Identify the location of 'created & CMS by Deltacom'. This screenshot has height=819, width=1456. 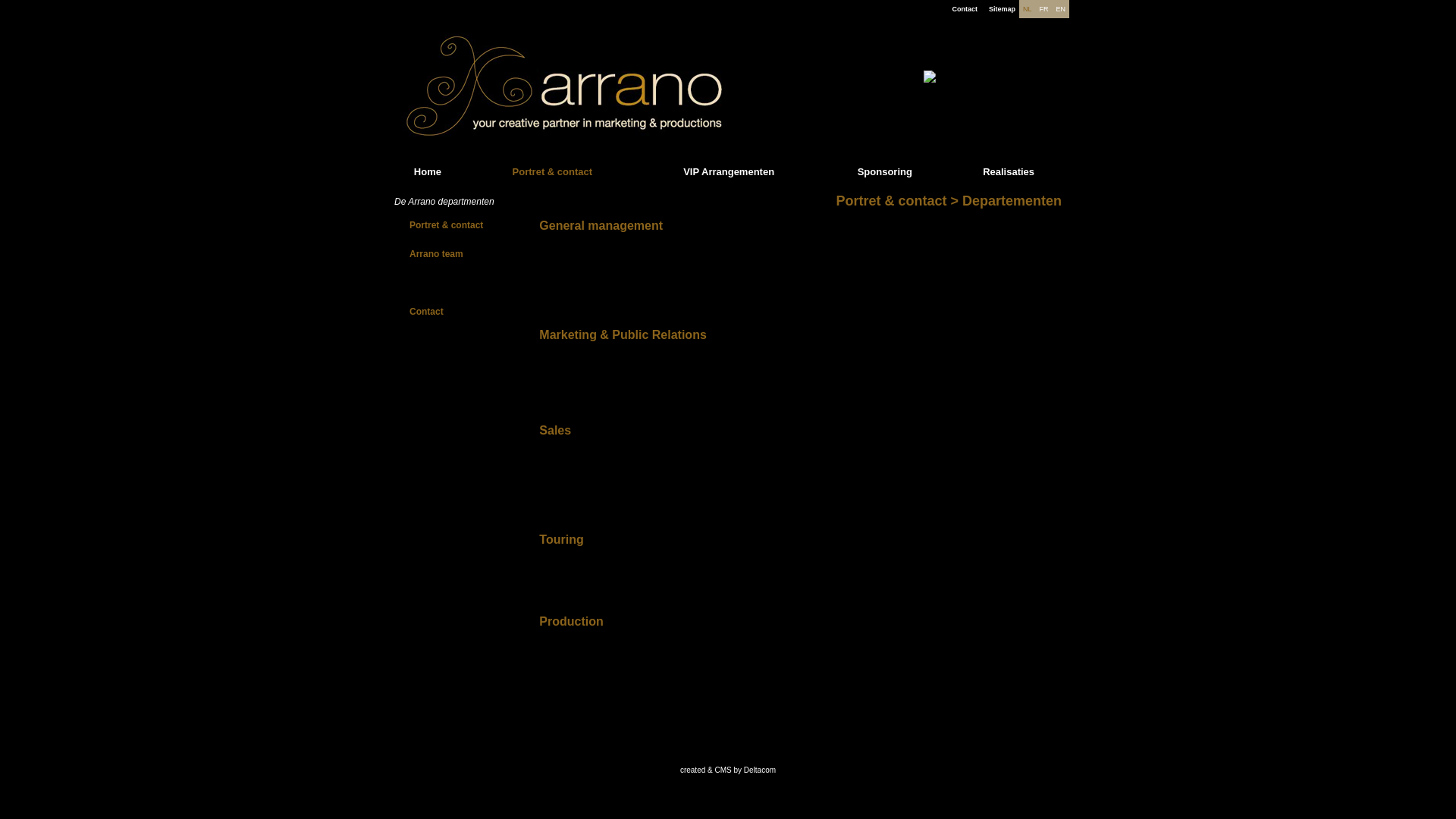
(728, 769).